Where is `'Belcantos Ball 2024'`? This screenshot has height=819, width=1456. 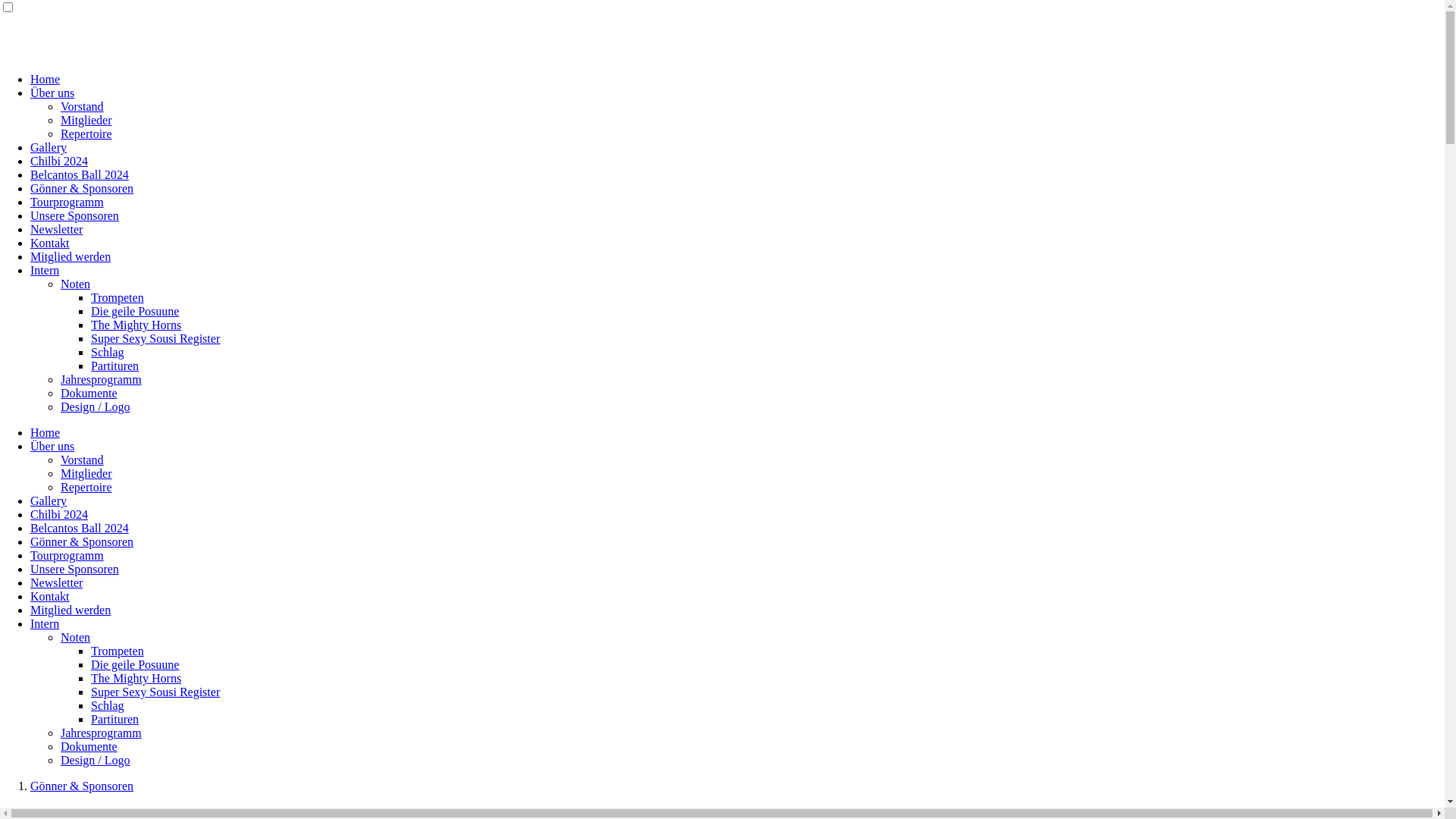 'Belcantos Ball 2024' is located at coordinates (79, 527).